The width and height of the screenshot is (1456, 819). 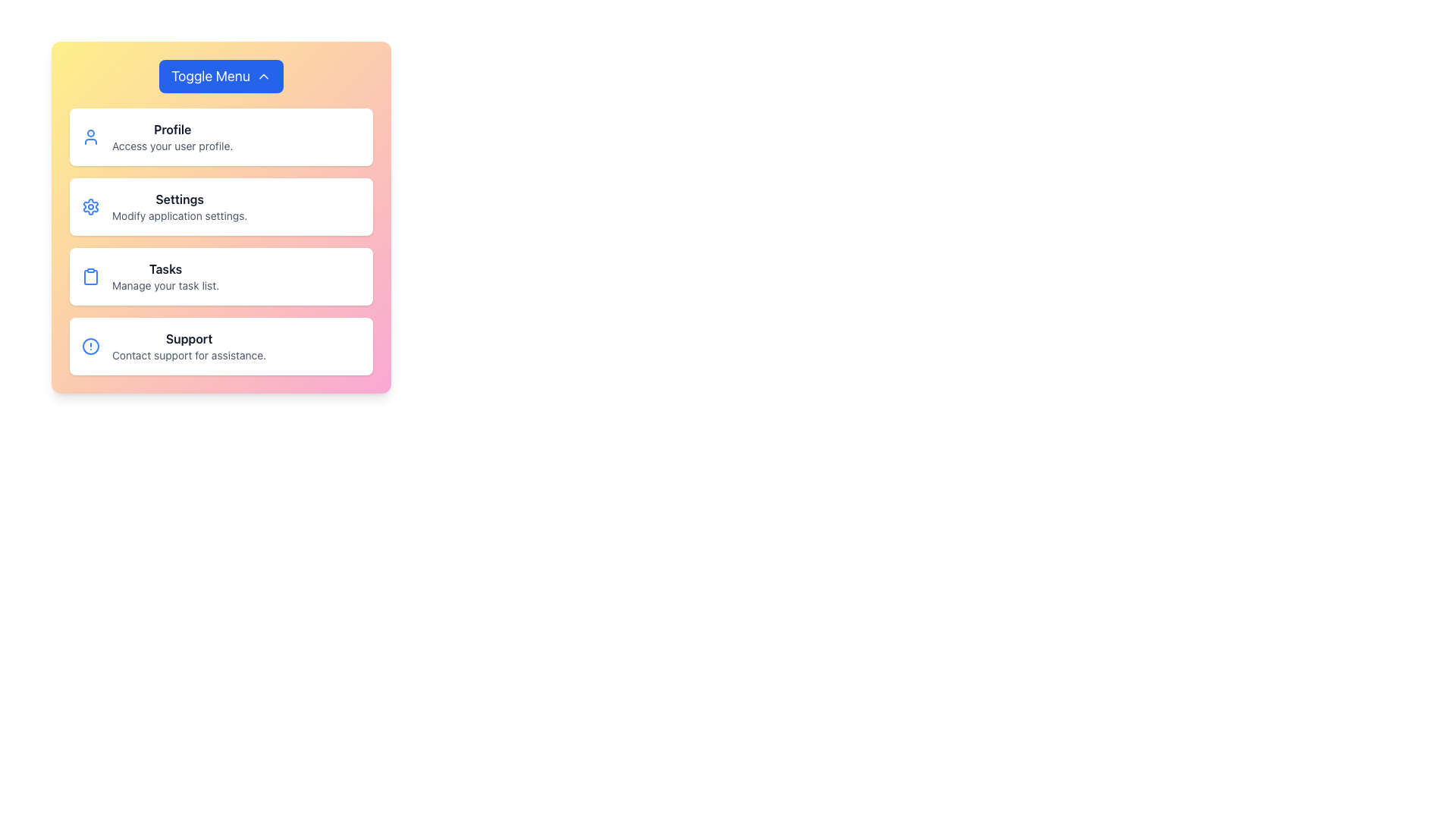 I want to click on the 'Settings' button, which is a rectangular button with a gear icon, located below the 'Profile' button and above the 'Tasks' button, so click(x=221, y=207).